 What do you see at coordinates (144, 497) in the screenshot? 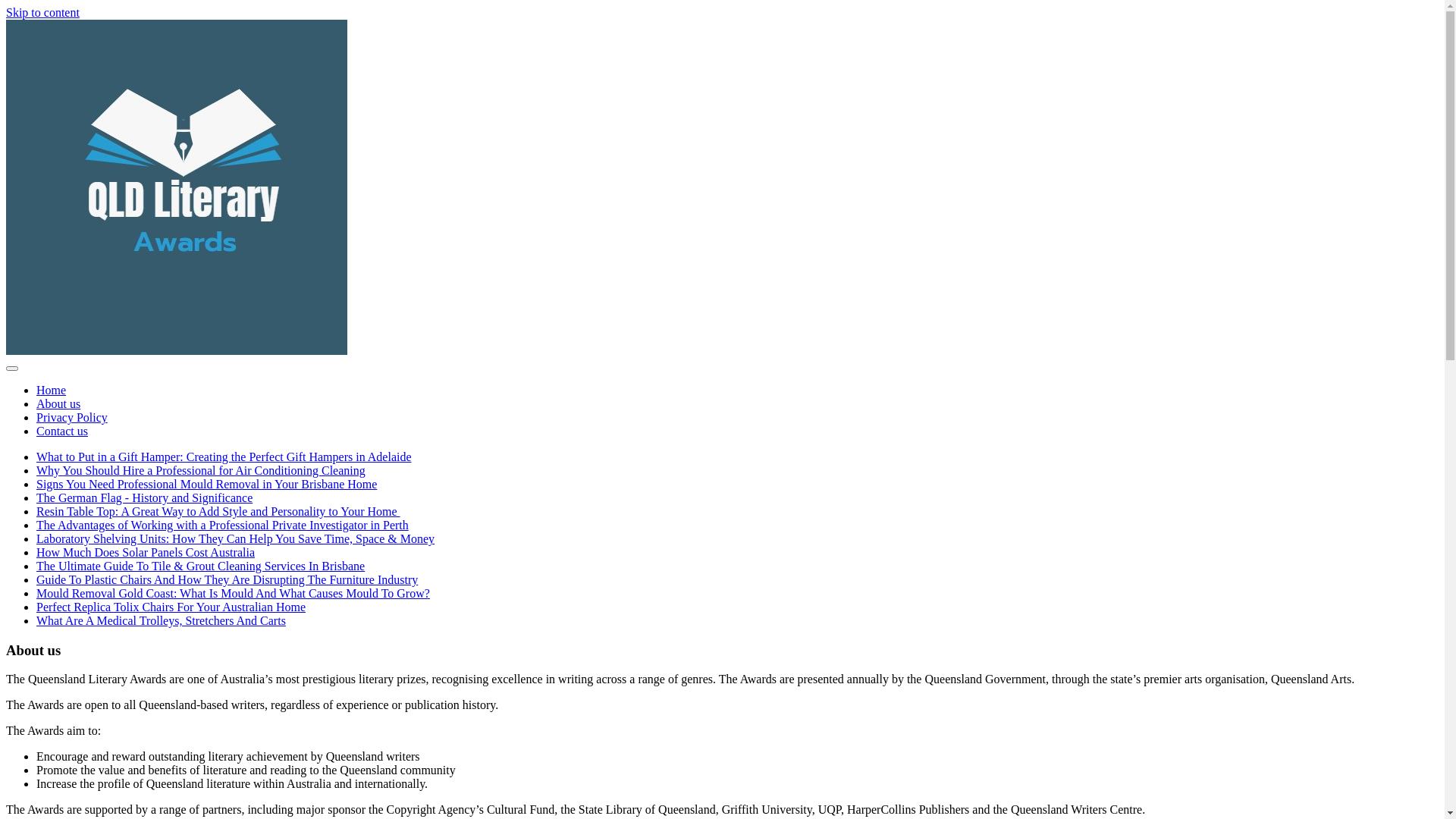
I see `'The German Flag - History and Significance'` at bounding box center [144, 497].